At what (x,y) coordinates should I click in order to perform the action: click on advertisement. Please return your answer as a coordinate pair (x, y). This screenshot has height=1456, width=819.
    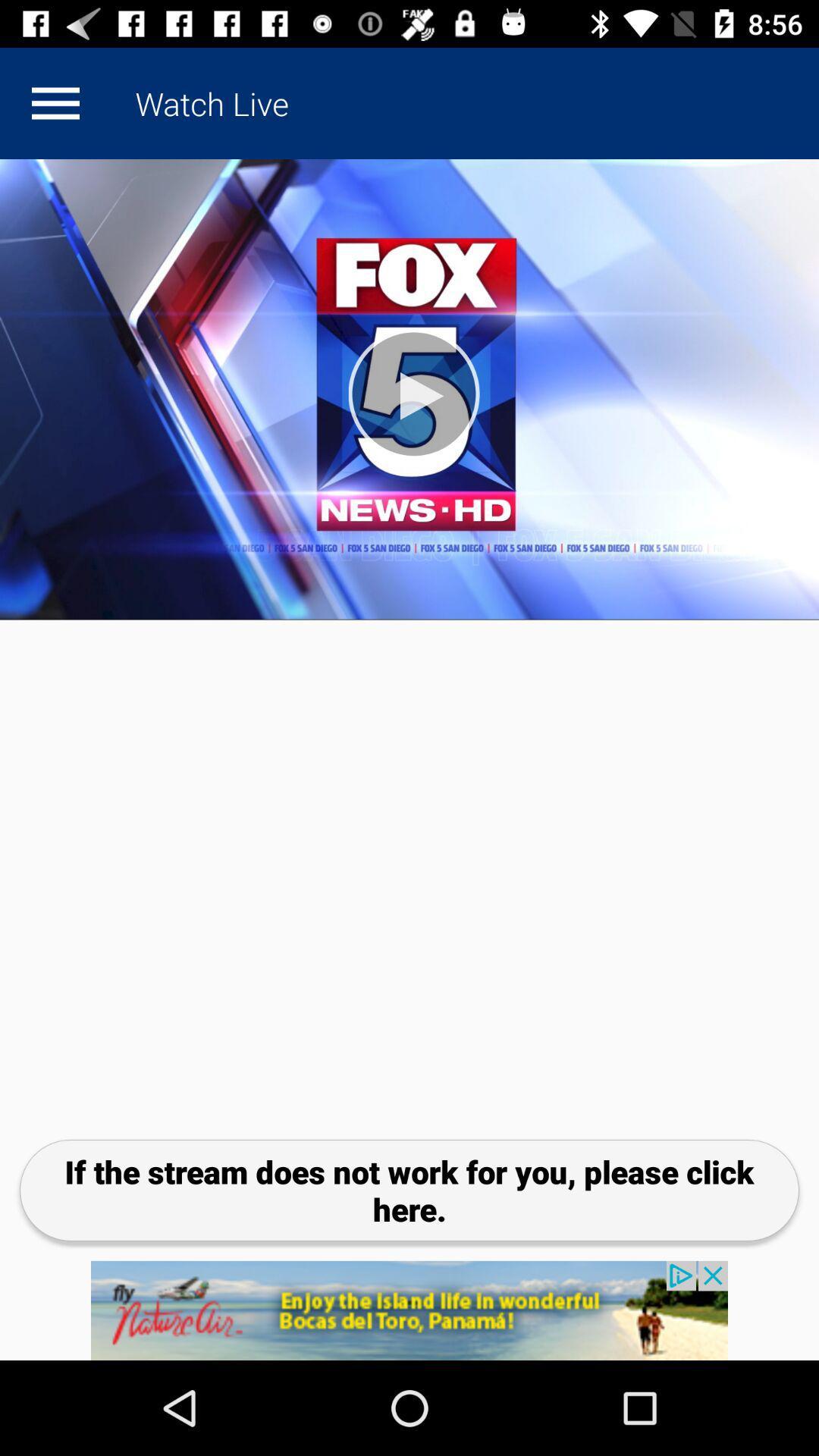
    Looking at the image, I should click on (409, 1310).